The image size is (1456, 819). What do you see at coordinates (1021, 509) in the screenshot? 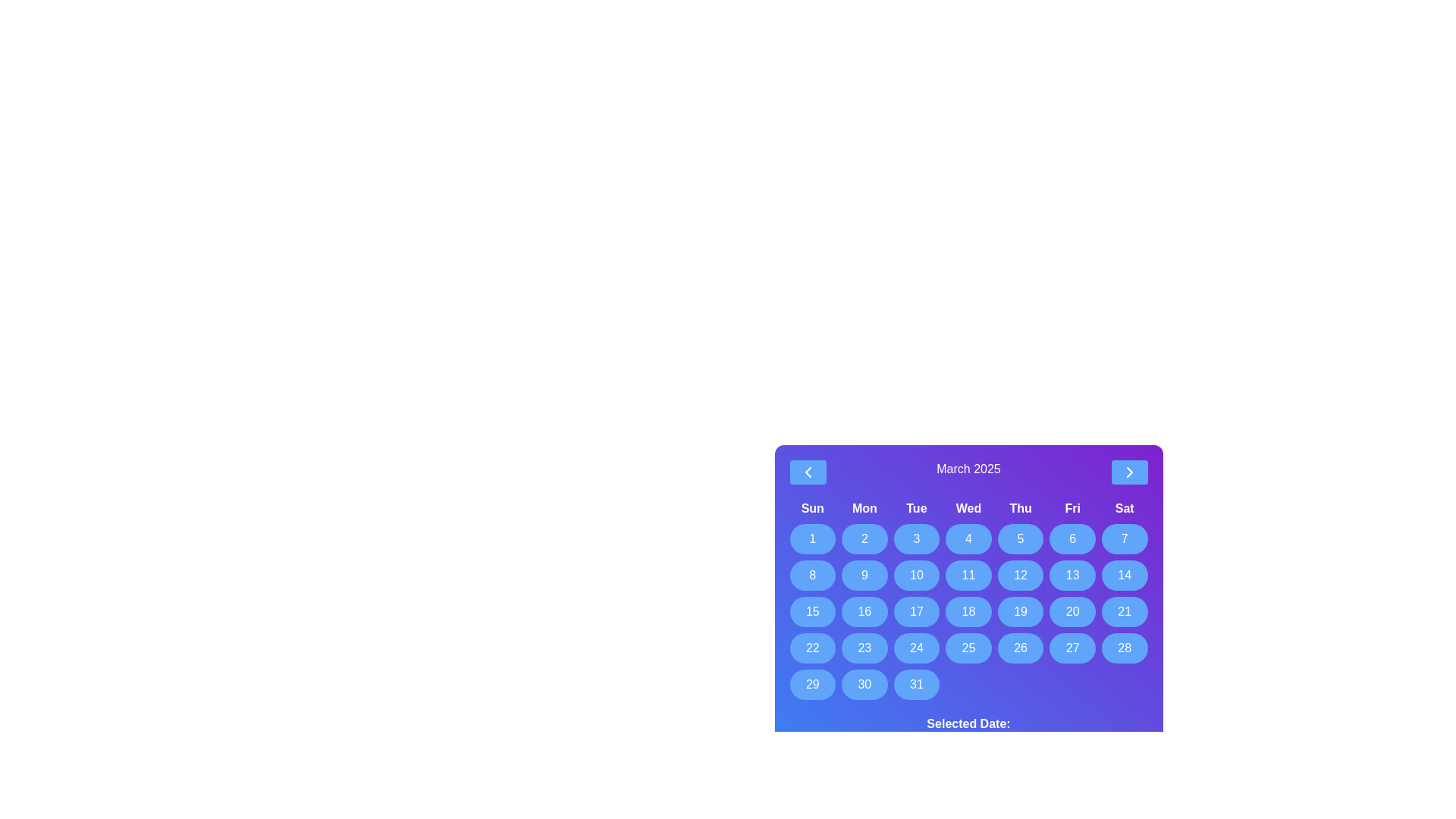
I see `the Static Label displaying 'Thu', which is the fifth item in a row of day labels in the grid calendar` at bounding box center [1021, 509].